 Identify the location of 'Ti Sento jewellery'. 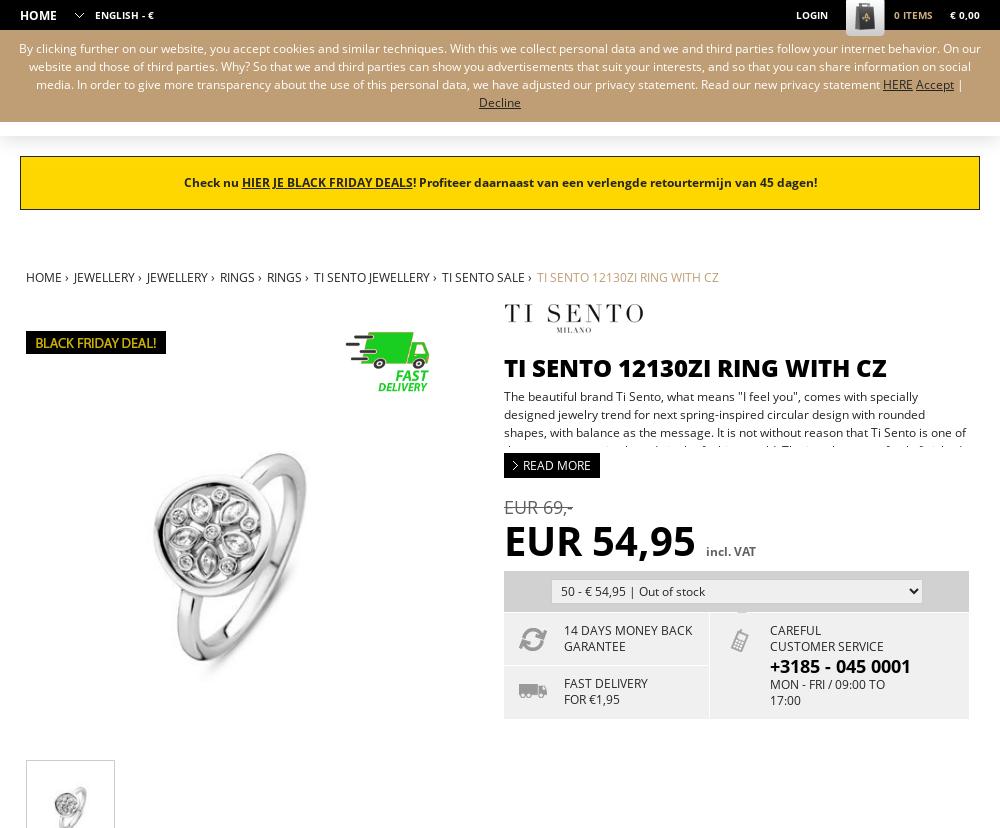
(371, 277).